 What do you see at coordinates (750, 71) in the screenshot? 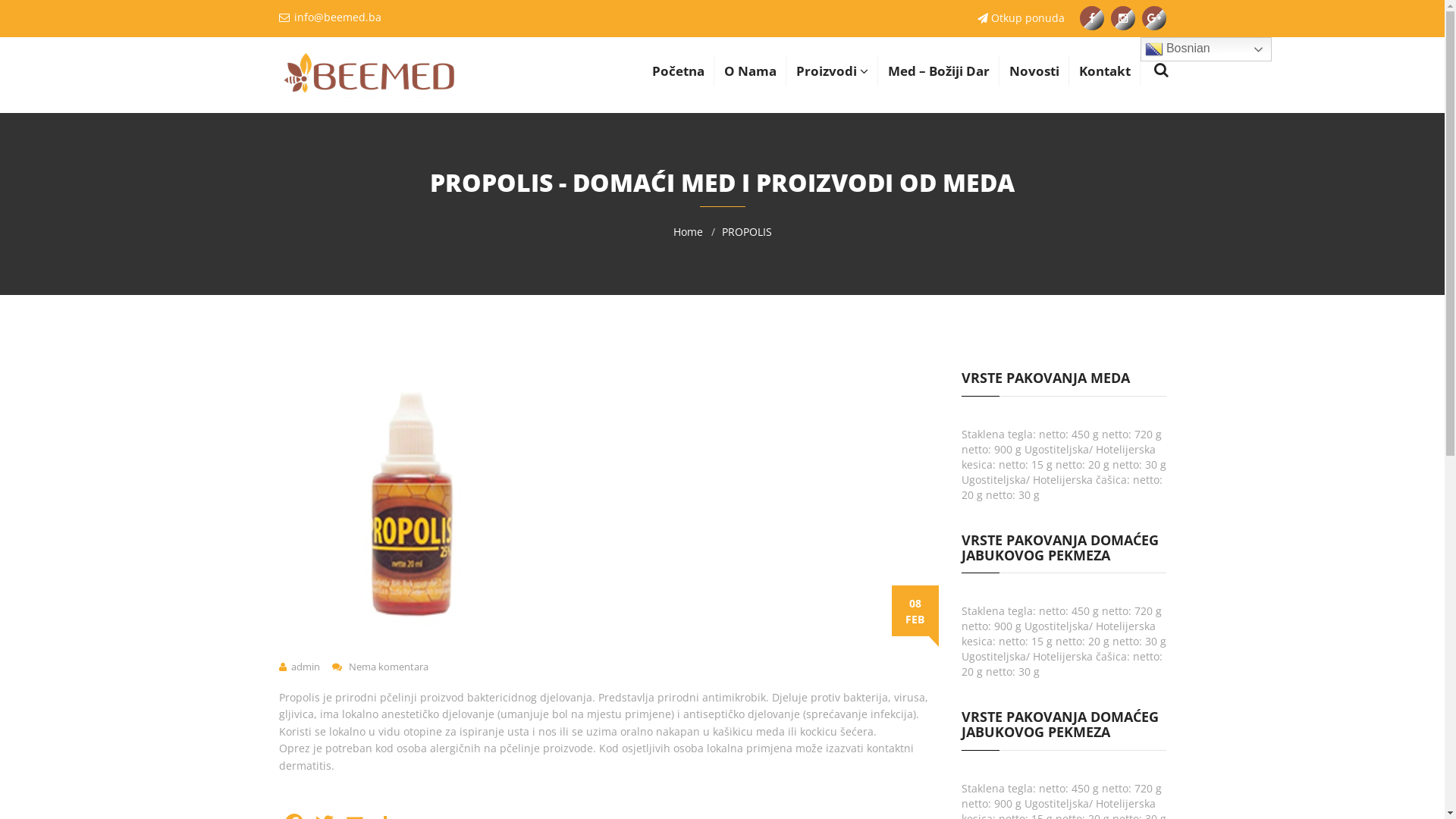
I see `'O Nama'` at bounding box center [750, 71].